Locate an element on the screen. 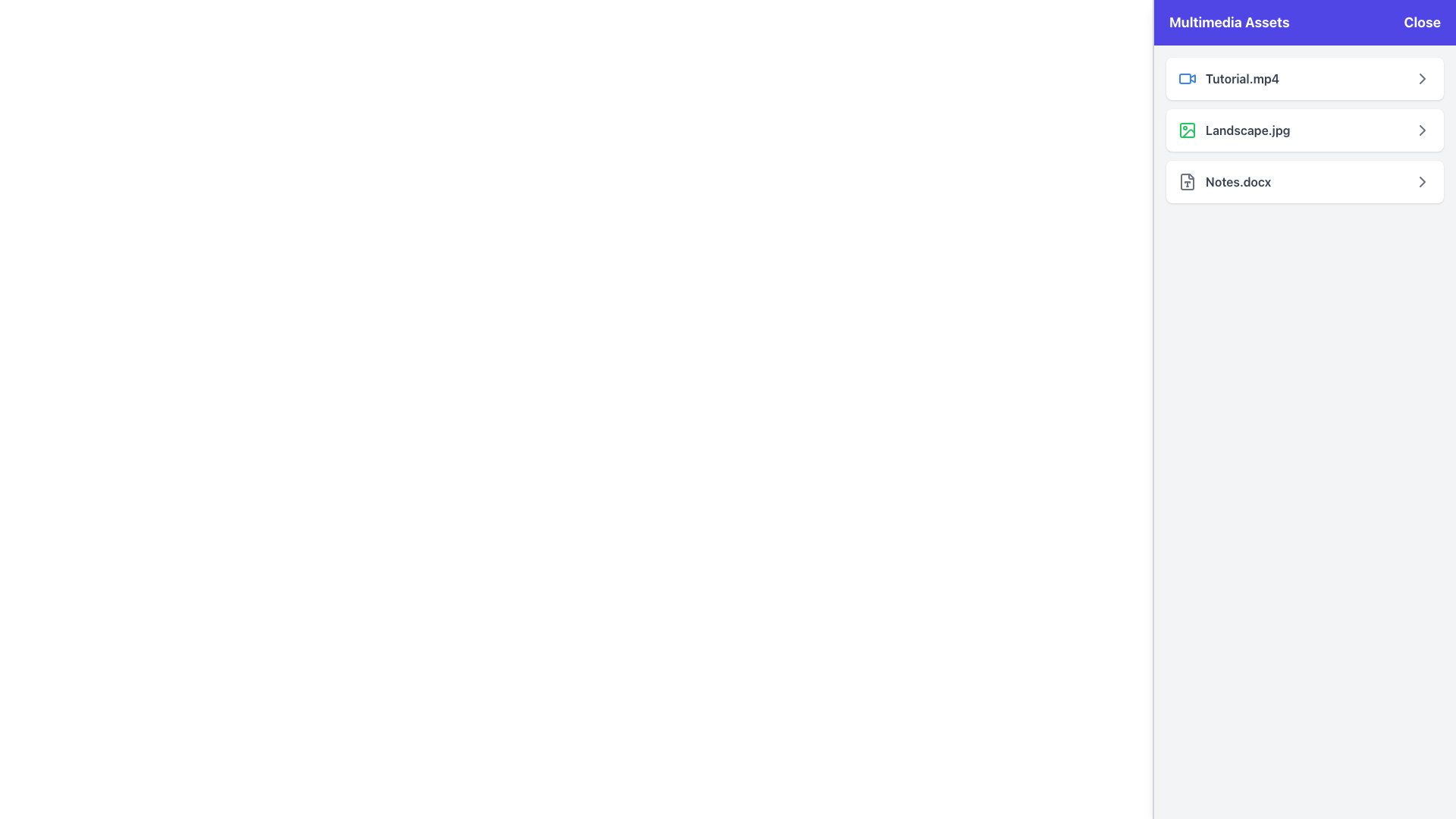 The image size is (1456, 819). the play triangle icon, which is part of the video play button located on the right side of the sidebar menu is located at coordinates (1192, 78).